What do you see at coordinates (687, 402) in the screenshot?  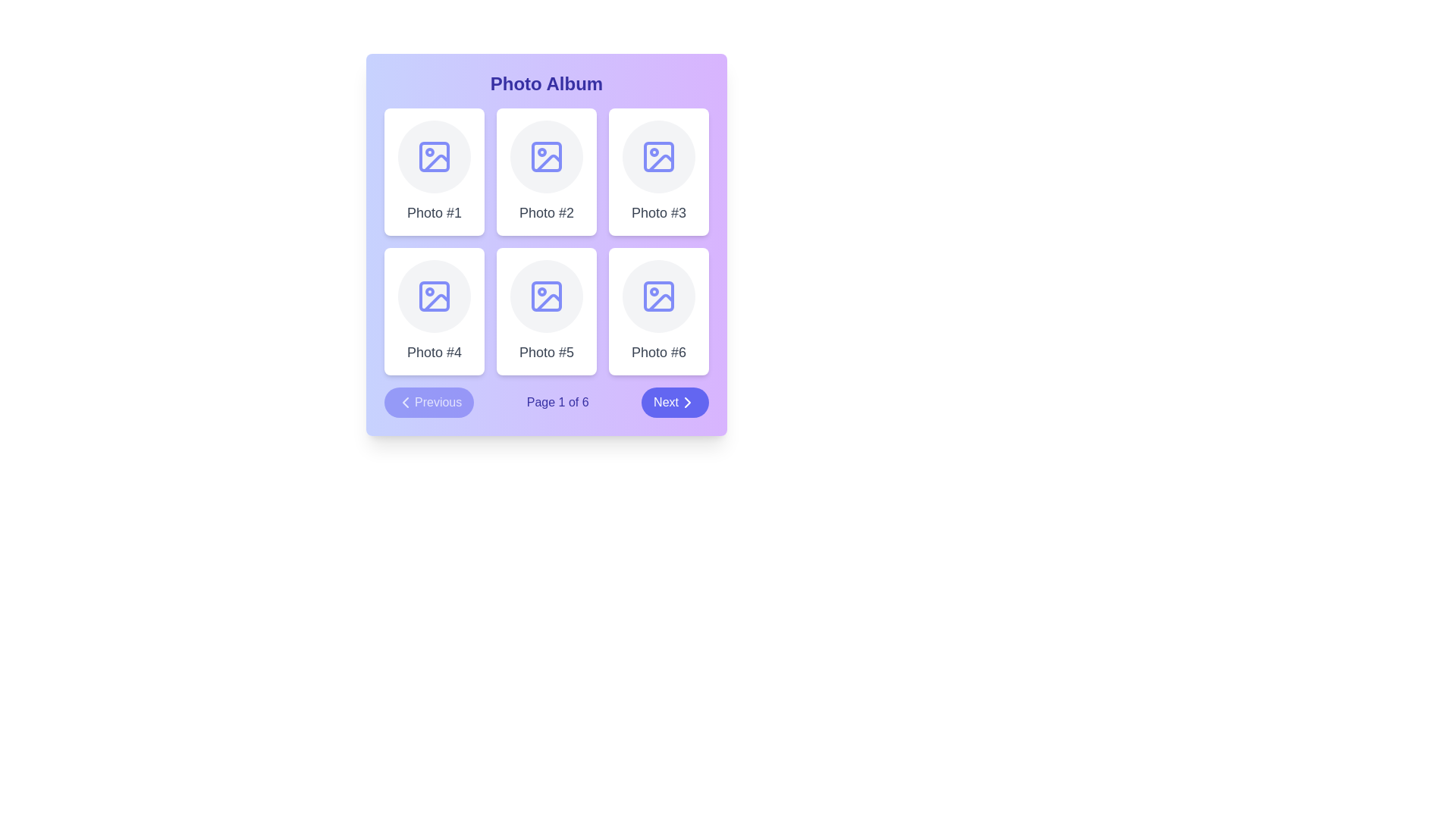 I see `the Chevron icon within the blue circular 'Next' button located at the bottom right corner of the interface to trigger a tooltip or animated effect` at bounding box center [687, 402].